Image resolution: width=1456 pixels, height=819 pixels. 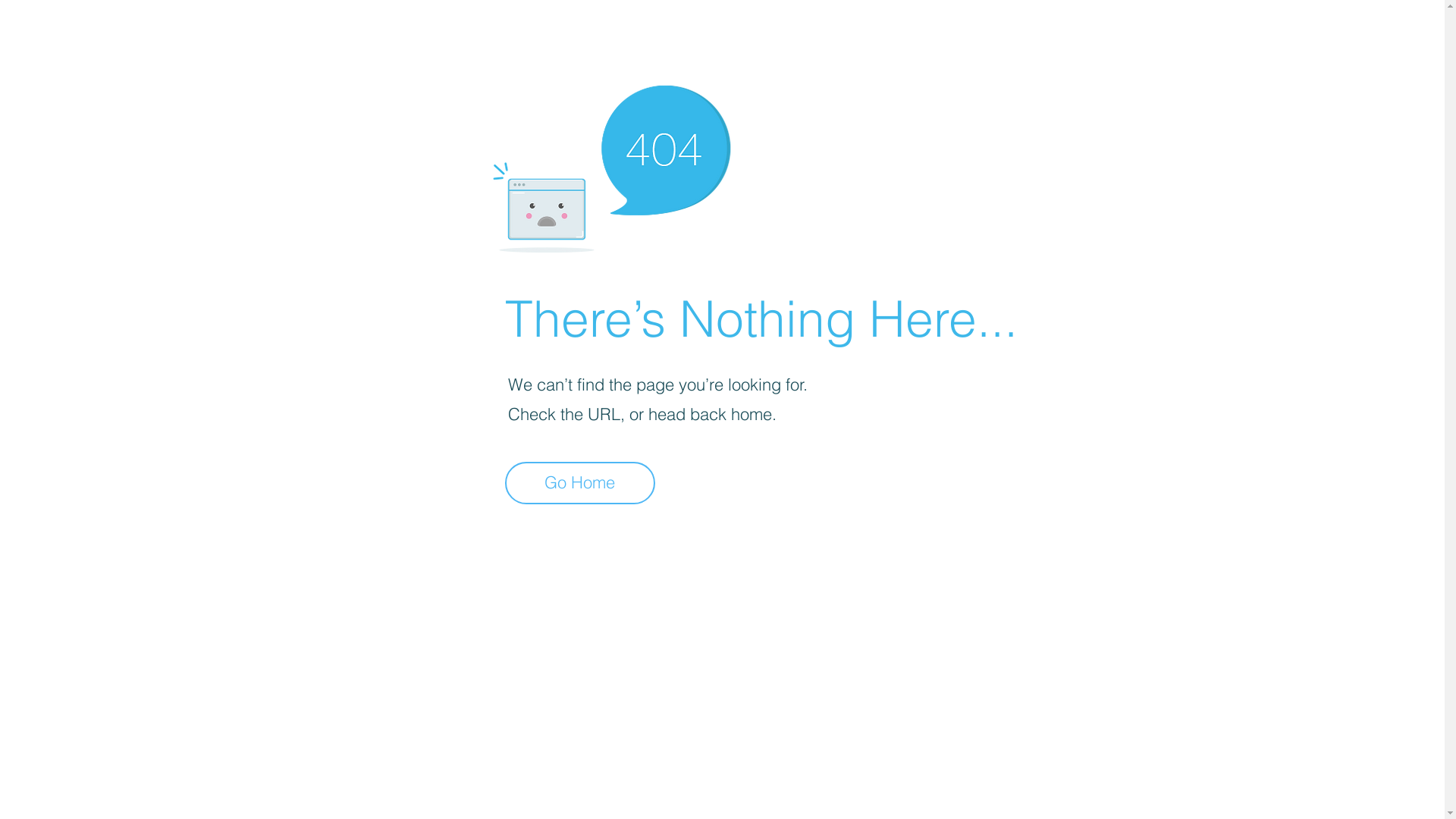 I want to click on 'Go Home', so click(x=505, y=482).